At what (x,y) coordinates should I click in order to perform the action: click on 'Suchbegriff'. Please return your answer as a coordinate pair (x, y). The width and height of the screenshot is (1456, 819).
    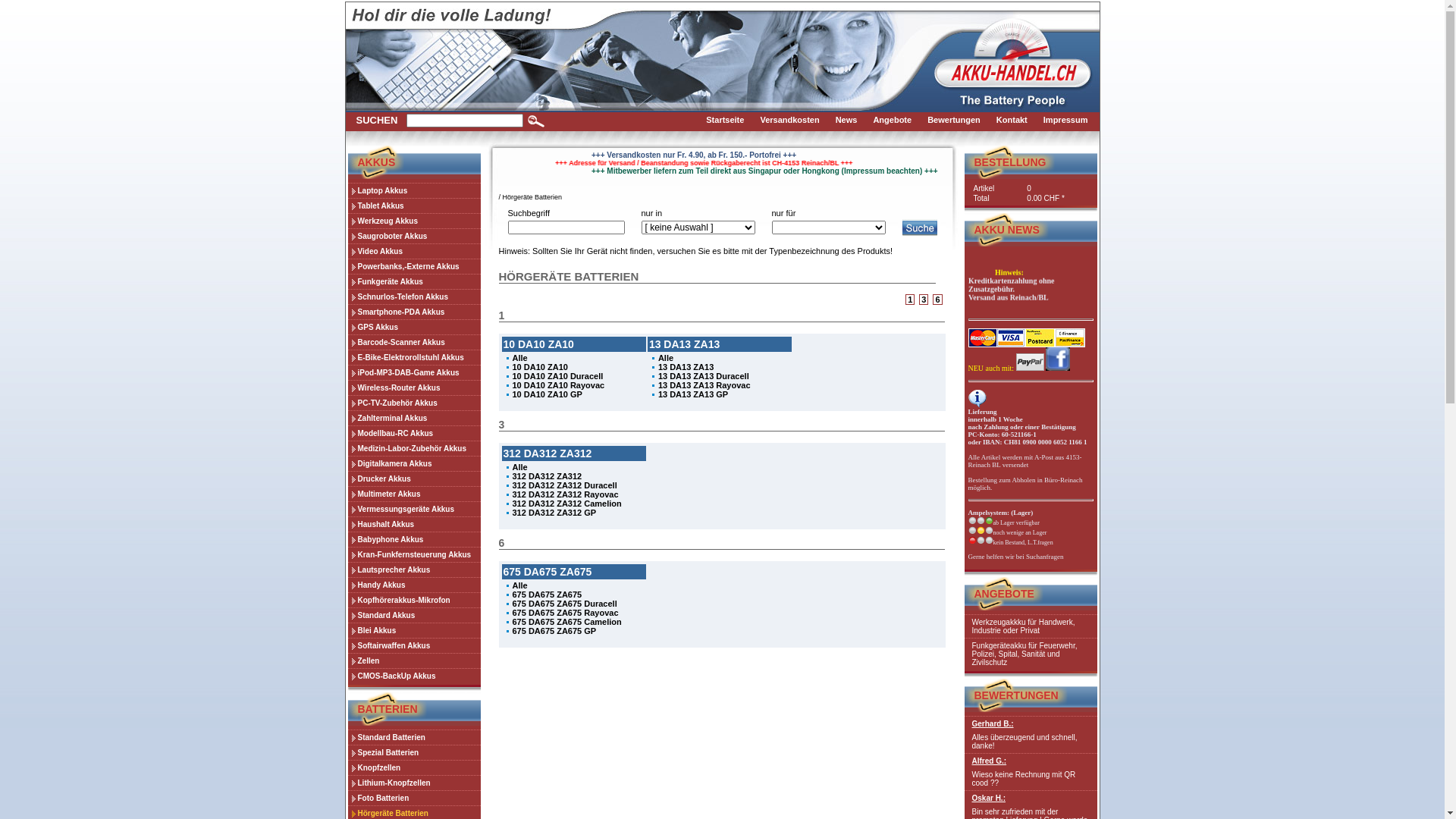
    Looking at the image, I should click on (566, 227).